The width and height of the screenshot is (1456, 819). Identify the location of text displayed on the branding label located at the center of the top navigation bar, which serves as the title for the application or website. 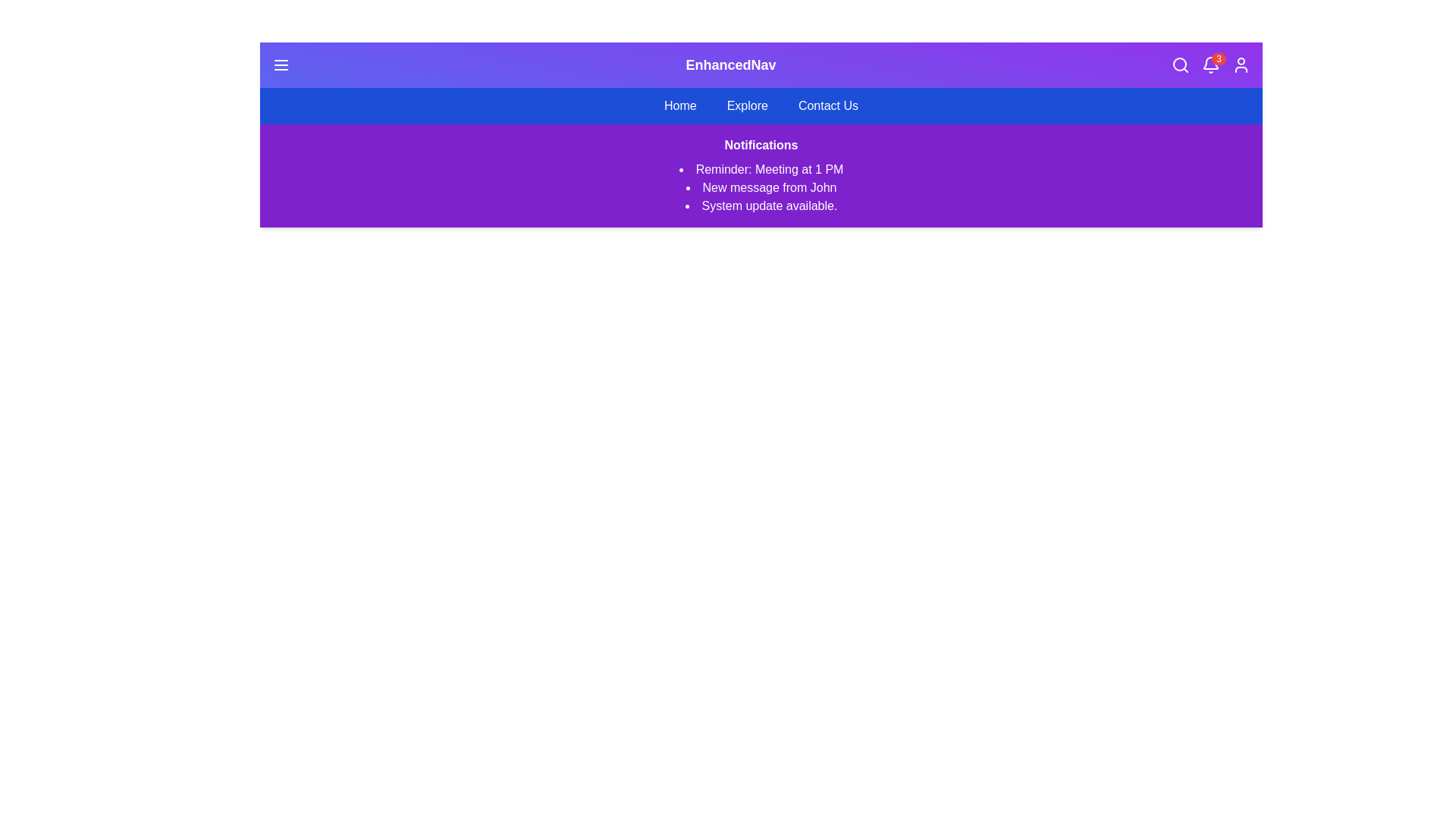
(731, 64).